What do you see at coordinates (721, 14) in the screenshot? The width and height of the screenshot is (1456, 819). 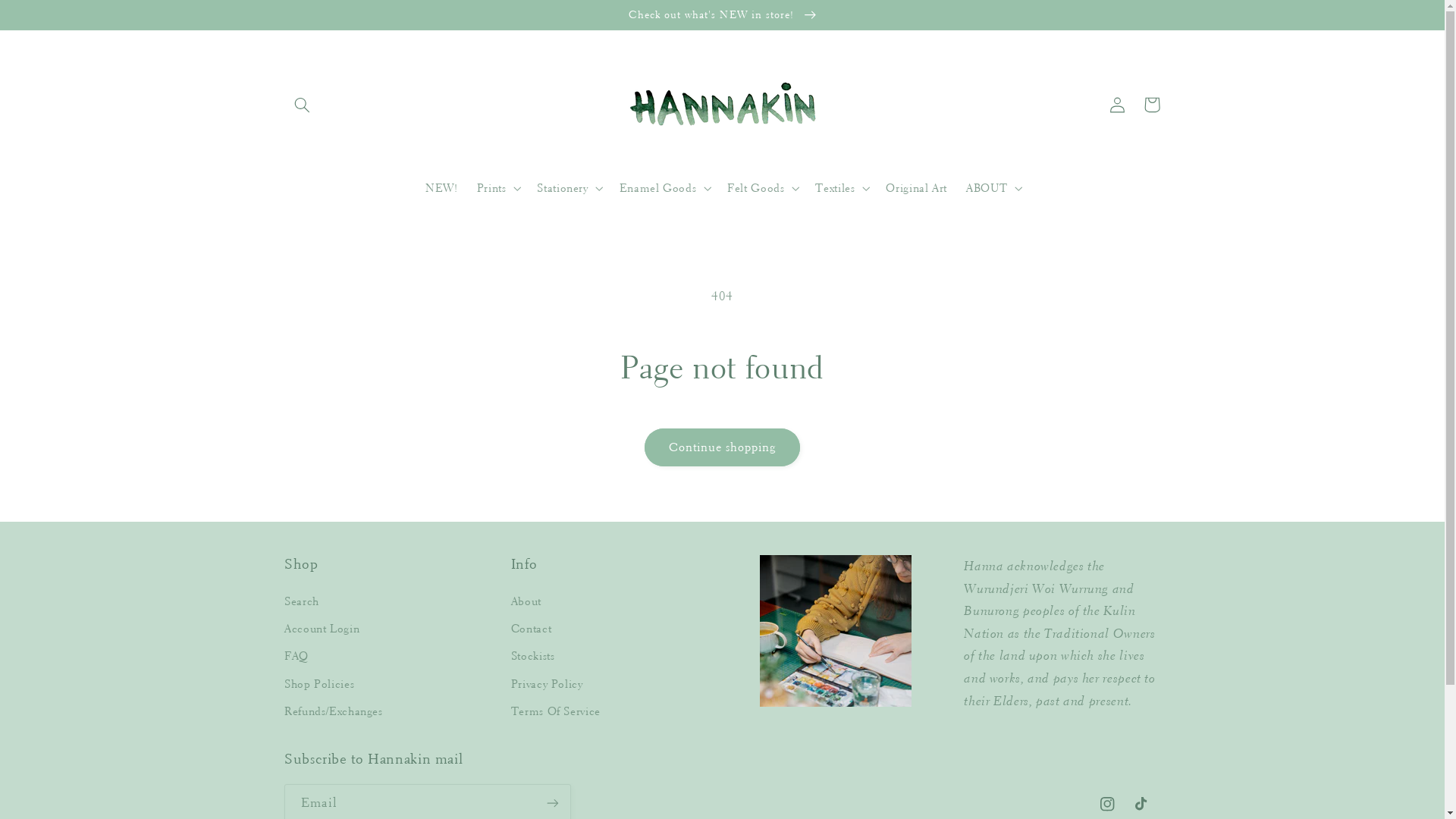 I see `'Check out what's NEW in store!'` at bounding box center [721, 14].